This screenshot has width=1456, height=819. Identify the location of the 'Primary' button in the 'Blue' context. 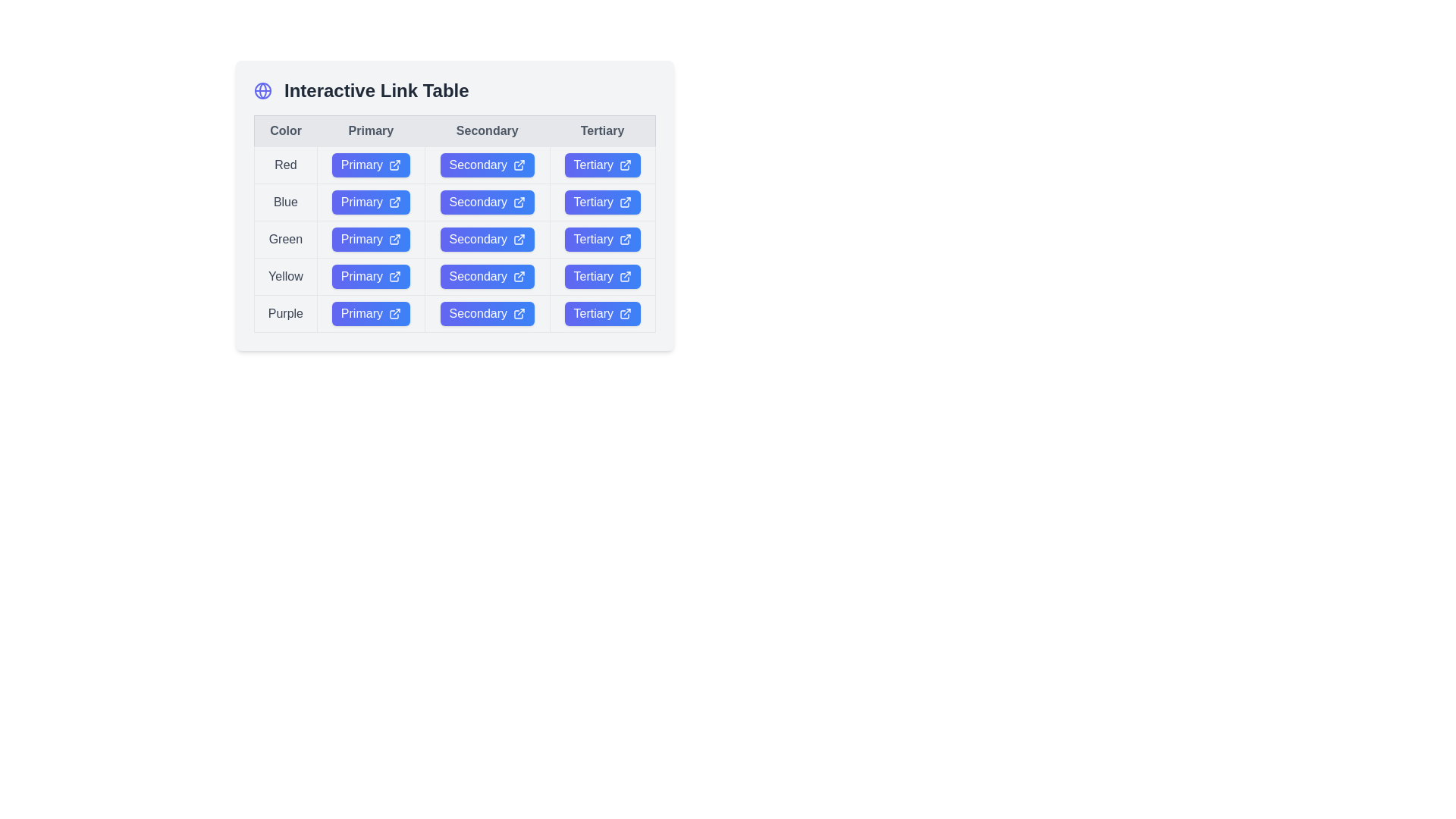
(371, 201).